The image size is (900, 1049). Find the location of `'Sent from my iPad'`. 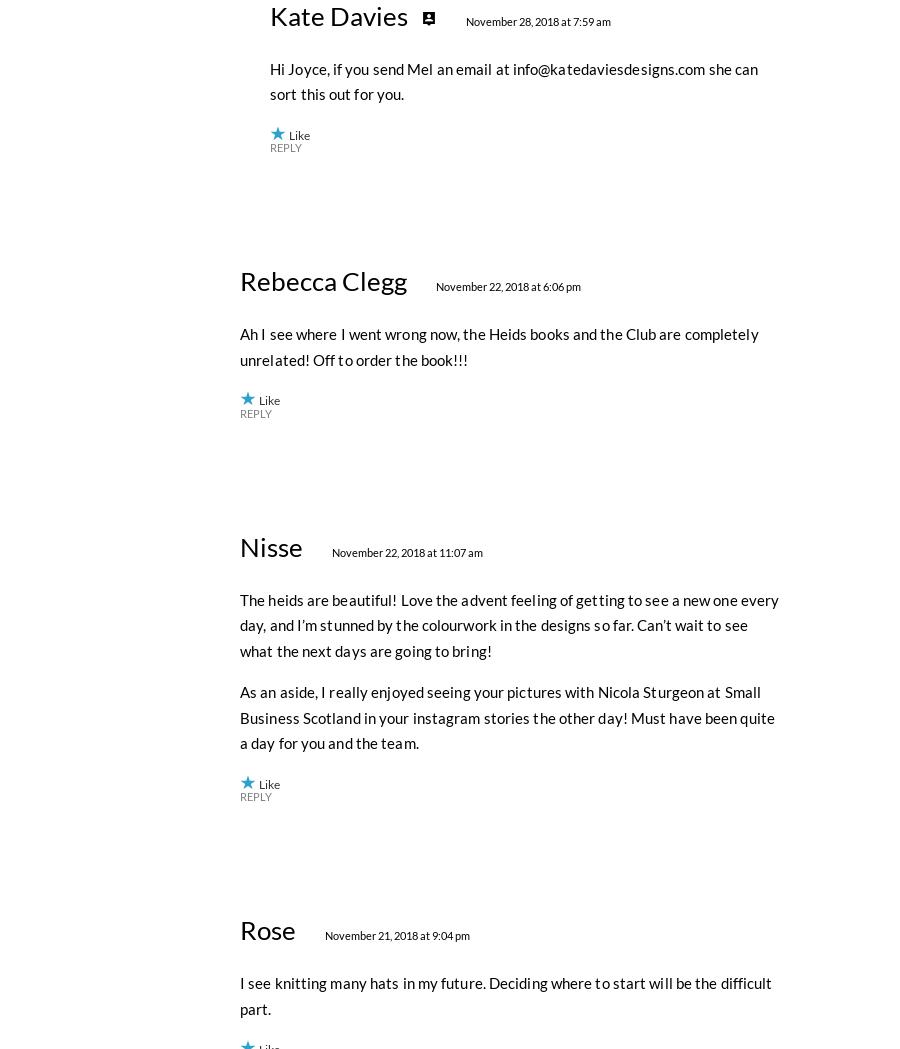

'Sent from my iPad' is located at coordinates (298, 225).